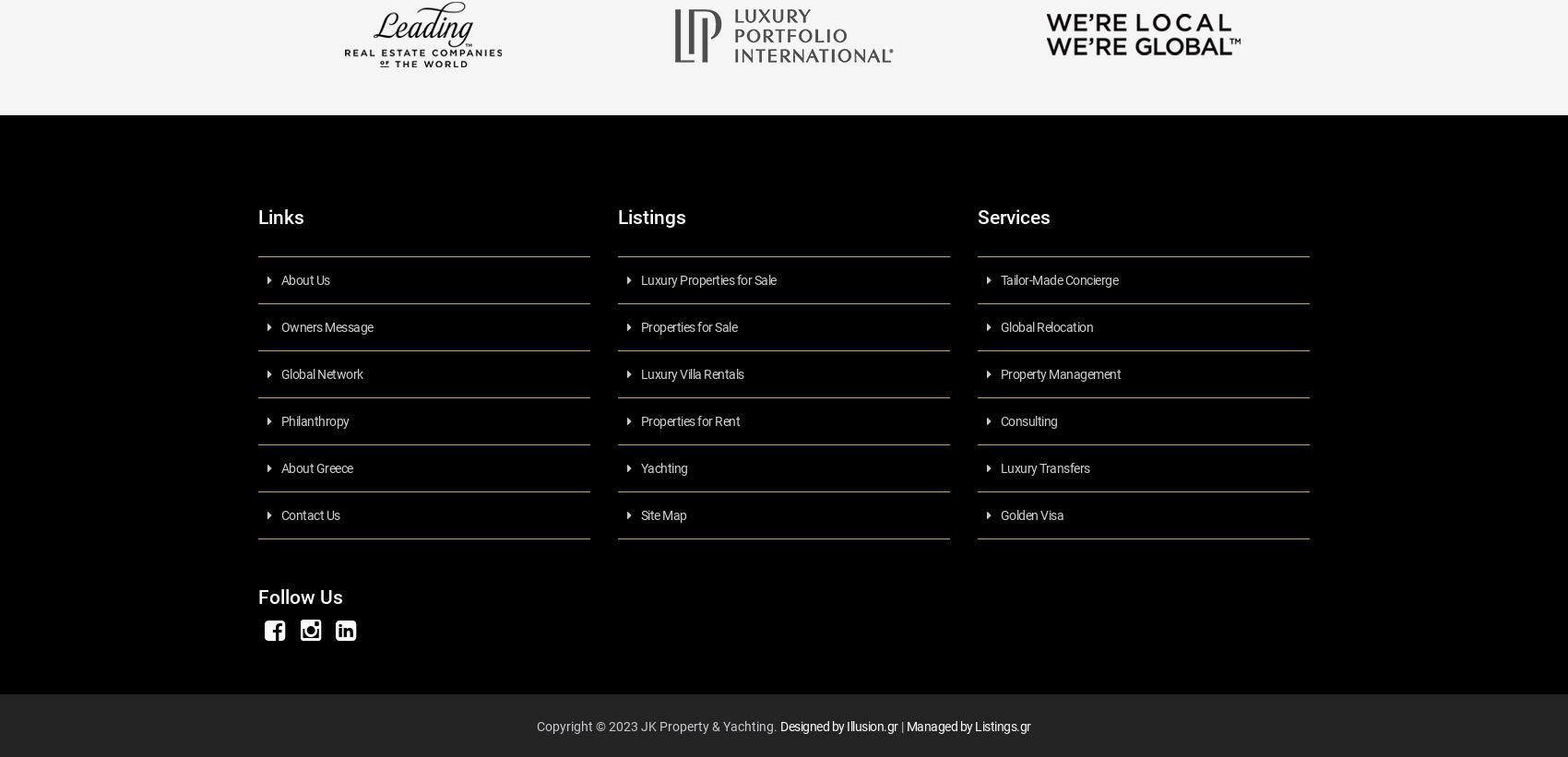  I want to click on 'Contact Us', so click(308, 514).